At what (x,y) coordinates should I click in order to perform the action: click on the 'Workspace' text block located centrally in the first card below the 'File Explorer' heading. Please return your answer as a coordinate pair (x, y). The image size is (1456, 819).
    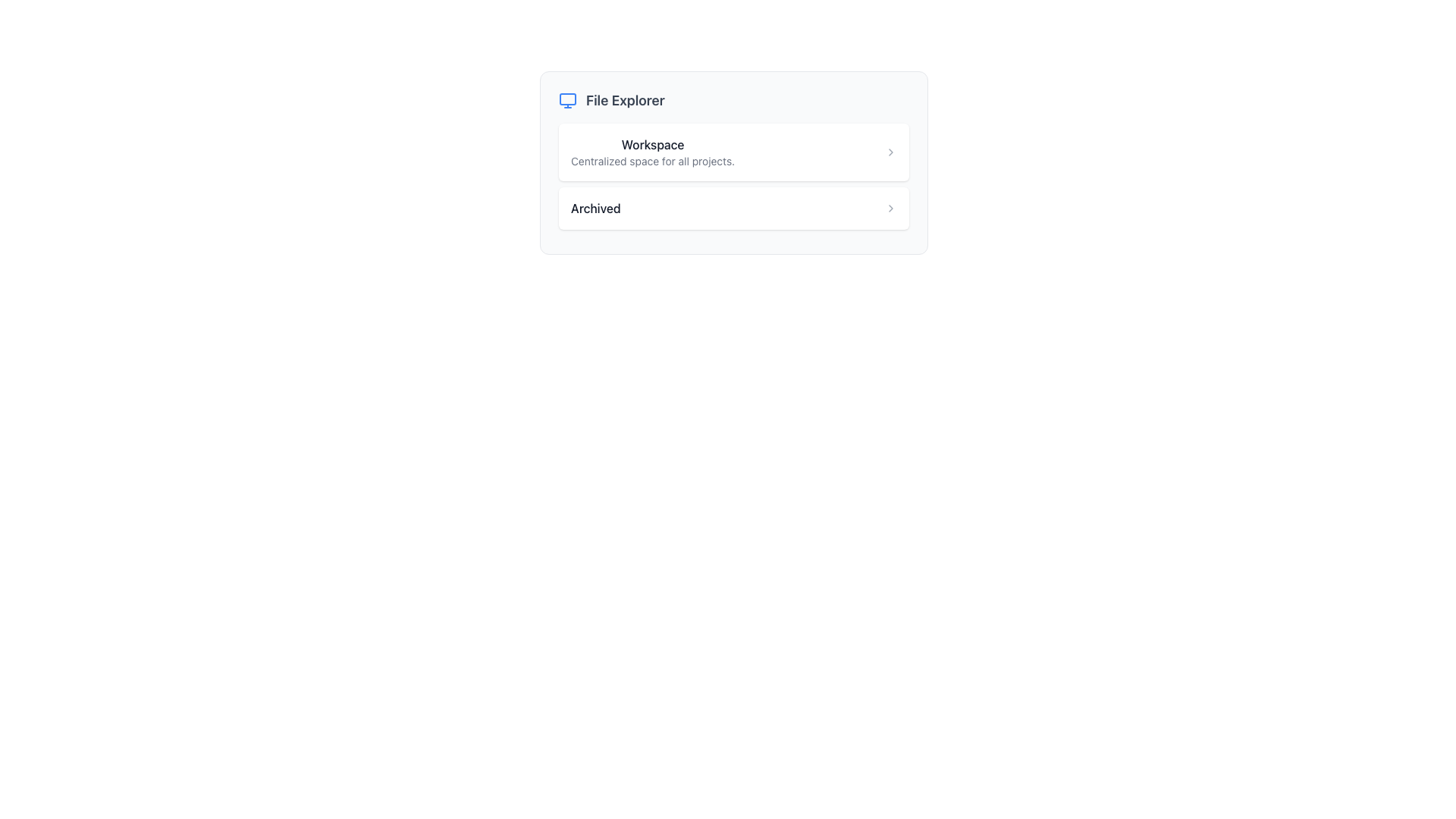
    Looking at the image, I should click on (653, 152).